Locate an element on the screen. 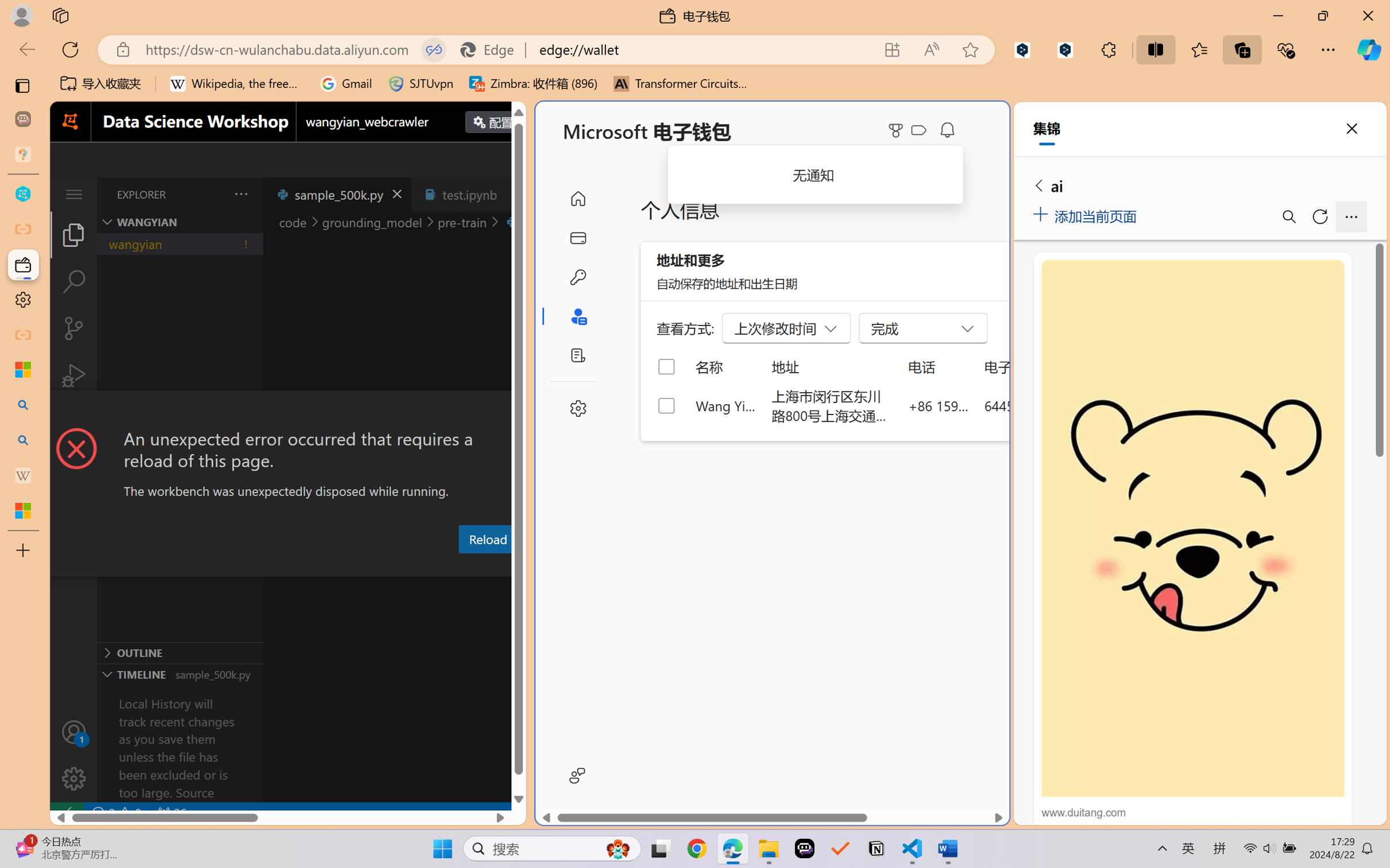 This screenshot has width=1390, height=868. 'Source Control (Ctrl+Shift+G)' is located at coordinates (73, 328).